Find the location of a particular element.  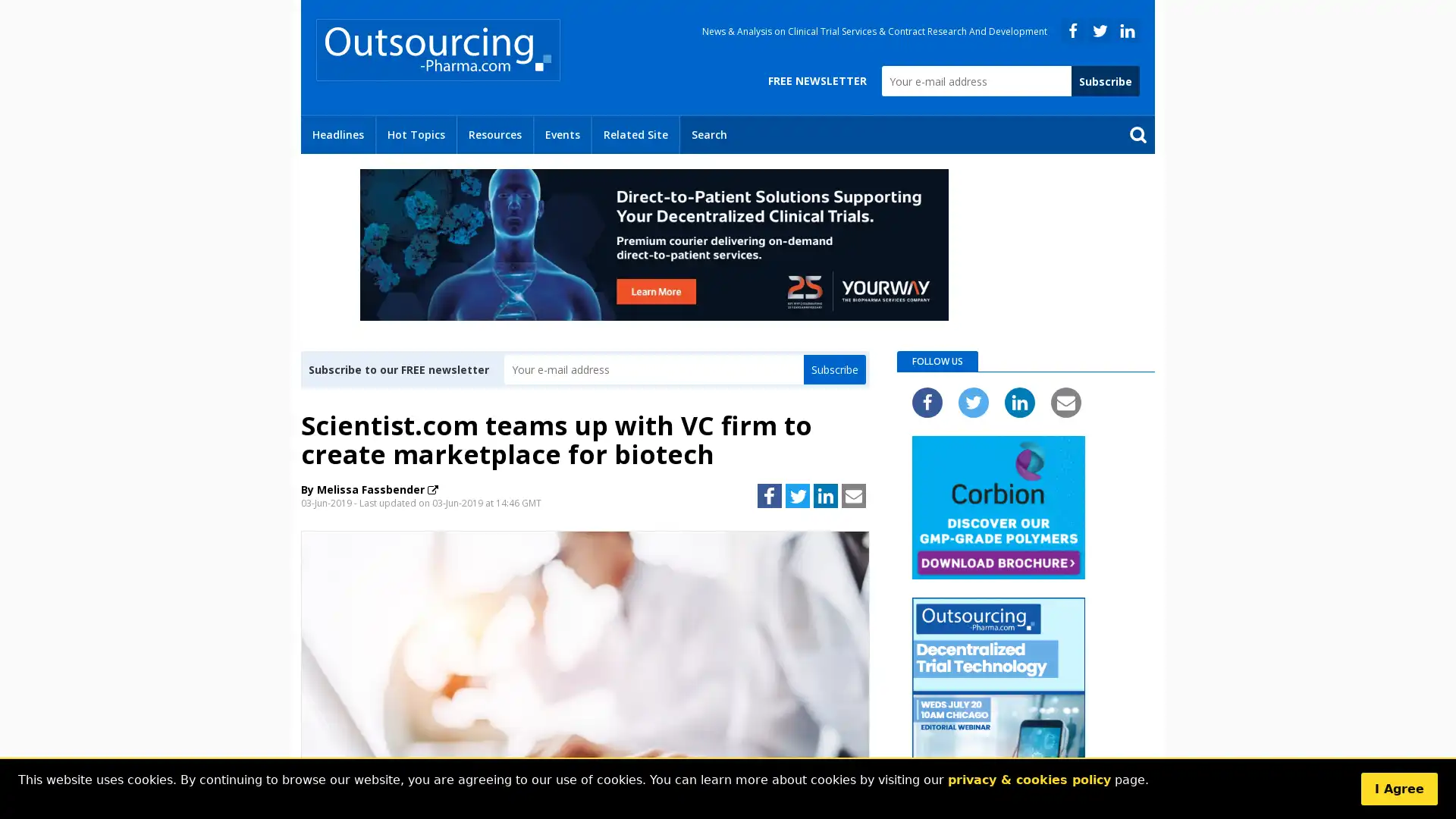

Subscribe is located at coordinates (833, 369).